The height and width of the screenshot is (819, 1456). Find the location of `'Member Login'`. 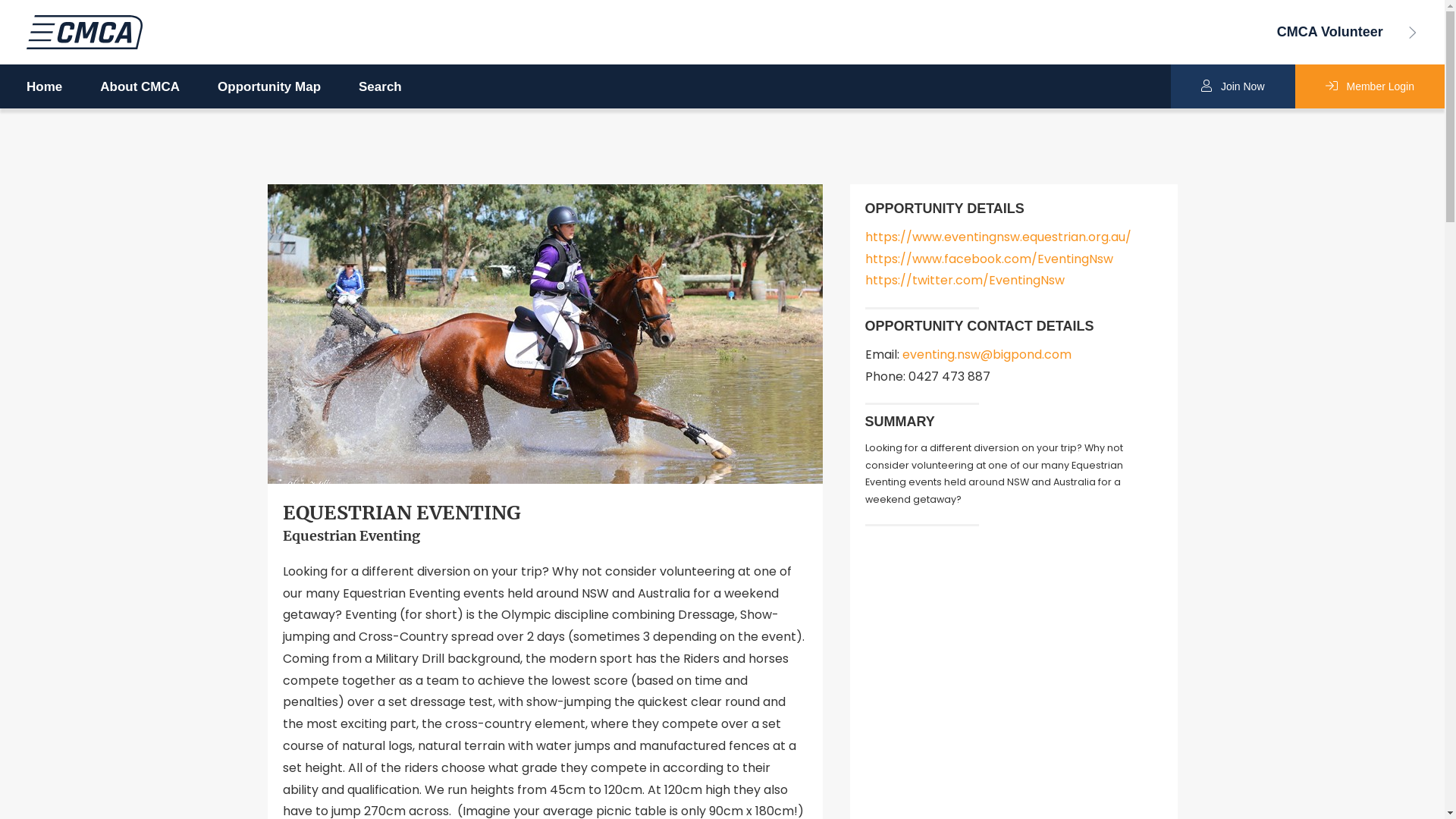

'Member Login' is located at coordinates (1294, 86).